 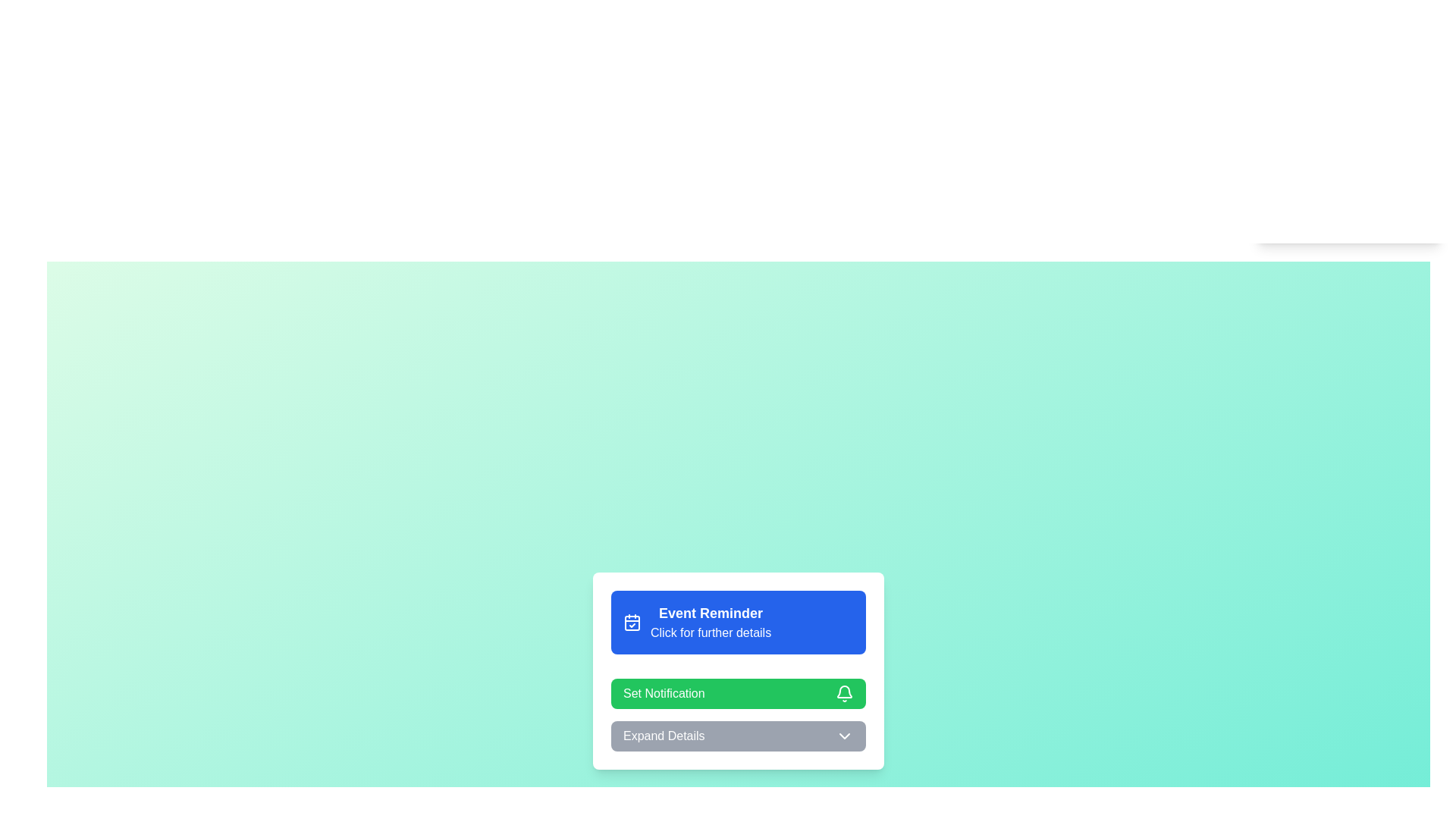 I want to click on the 'Event Reminder' icon located in the blue area of the card layout, positioned to the left above the text 'Click for further details', so click(x=632, y=623).